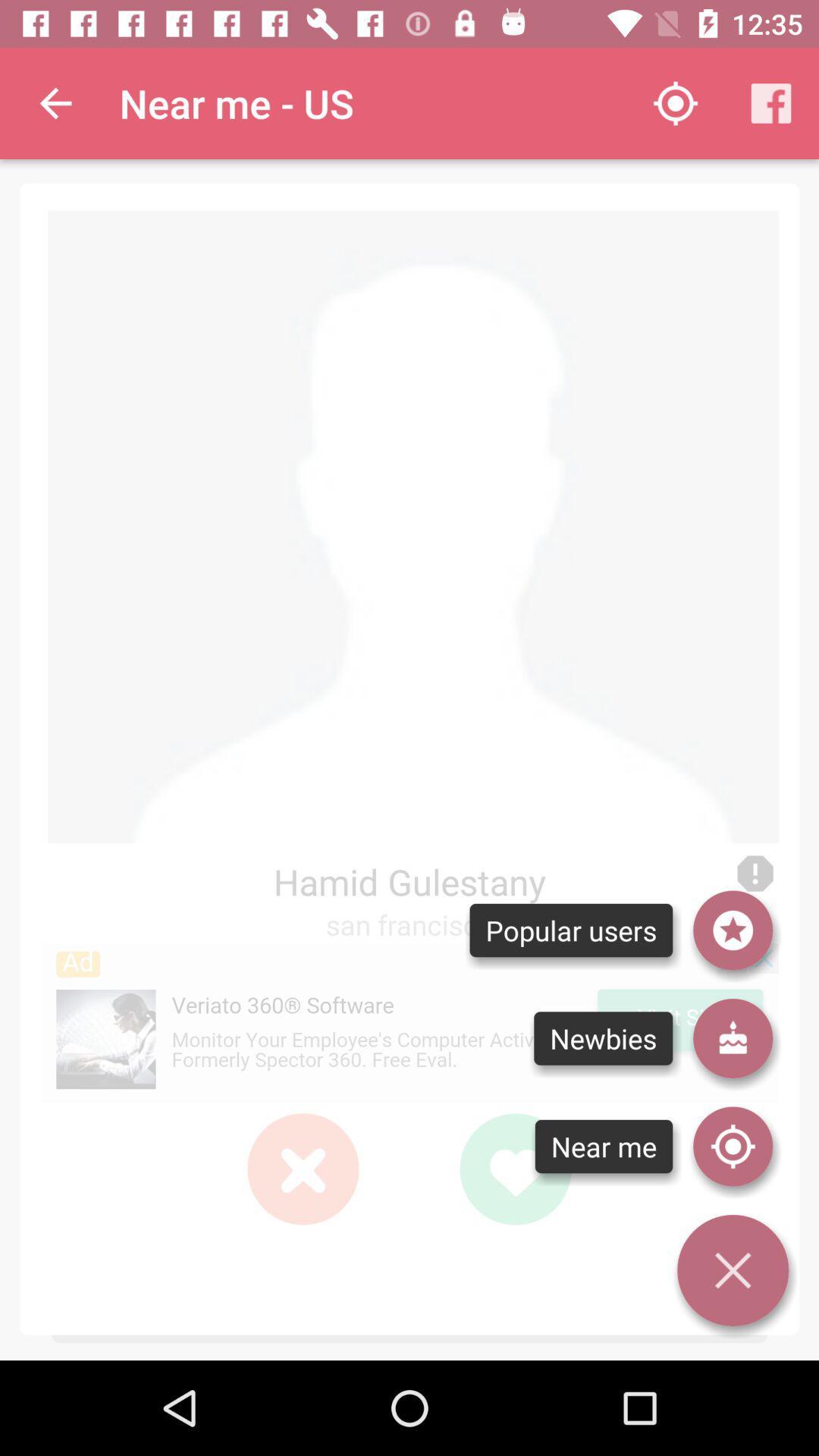  What do you see at coordinates (603, 1147) in the screenshot?
I see `text below newbies` at bounding box center [603, 1147].